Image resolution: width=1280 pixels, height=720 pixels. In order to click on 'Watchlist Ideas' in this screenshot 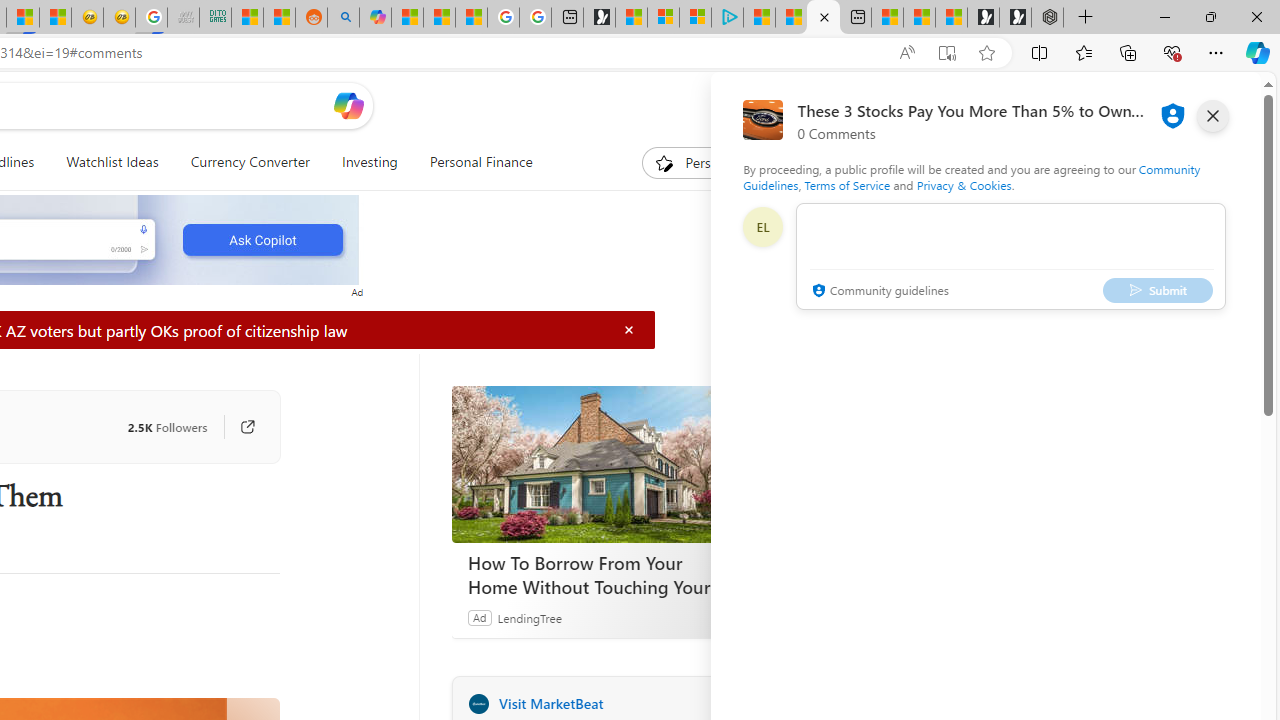, I will do `click(111, 162)`.